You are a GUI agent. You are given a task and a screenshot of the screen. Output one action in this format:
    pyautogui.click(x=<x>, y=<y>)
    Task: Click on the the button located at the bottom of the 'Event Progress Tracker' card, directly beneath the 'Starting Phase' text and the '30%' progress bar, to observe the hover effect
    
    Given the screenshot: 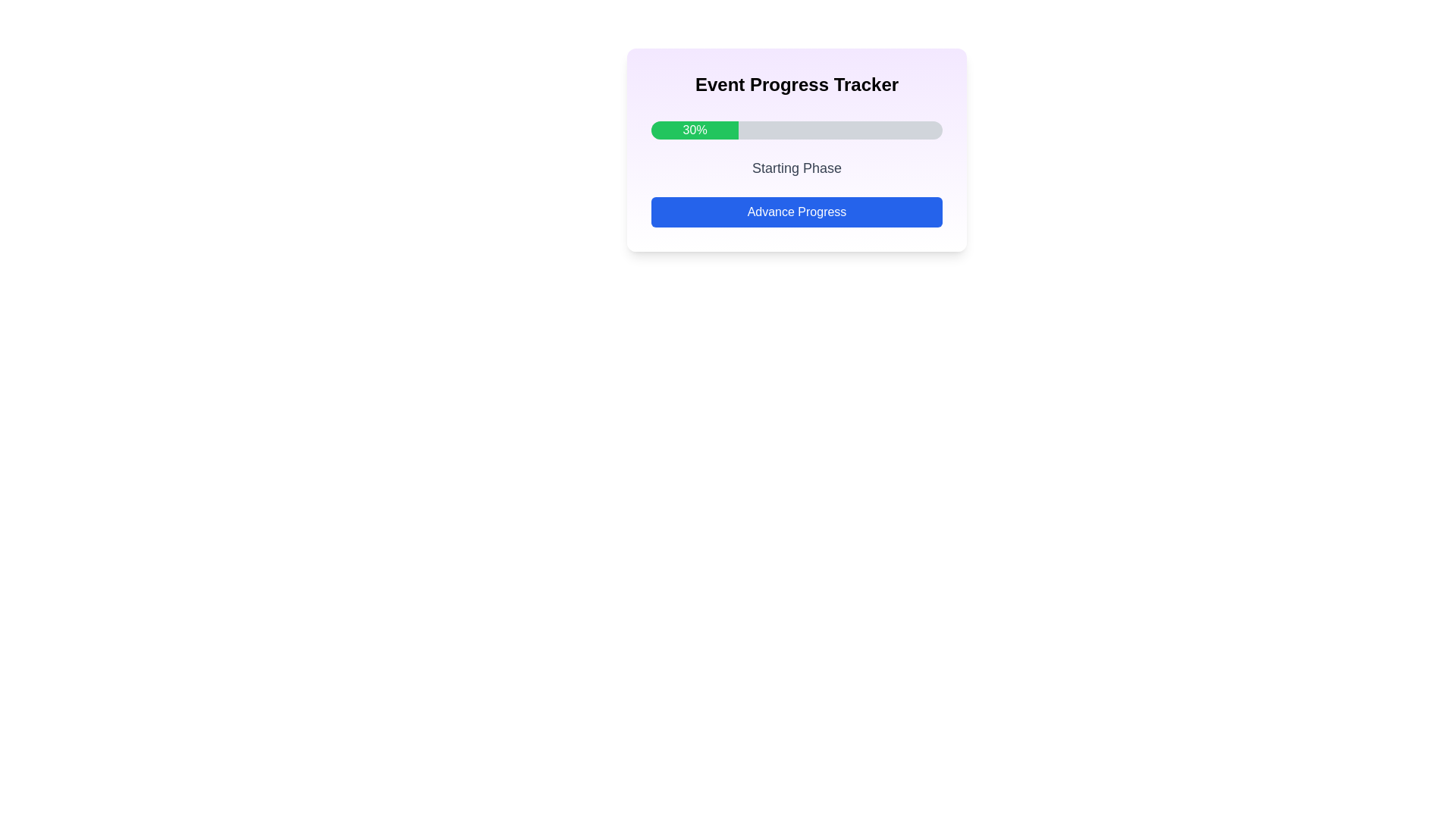 What is the action you would take?
    pyautogui.click(x=796, y=212)
    